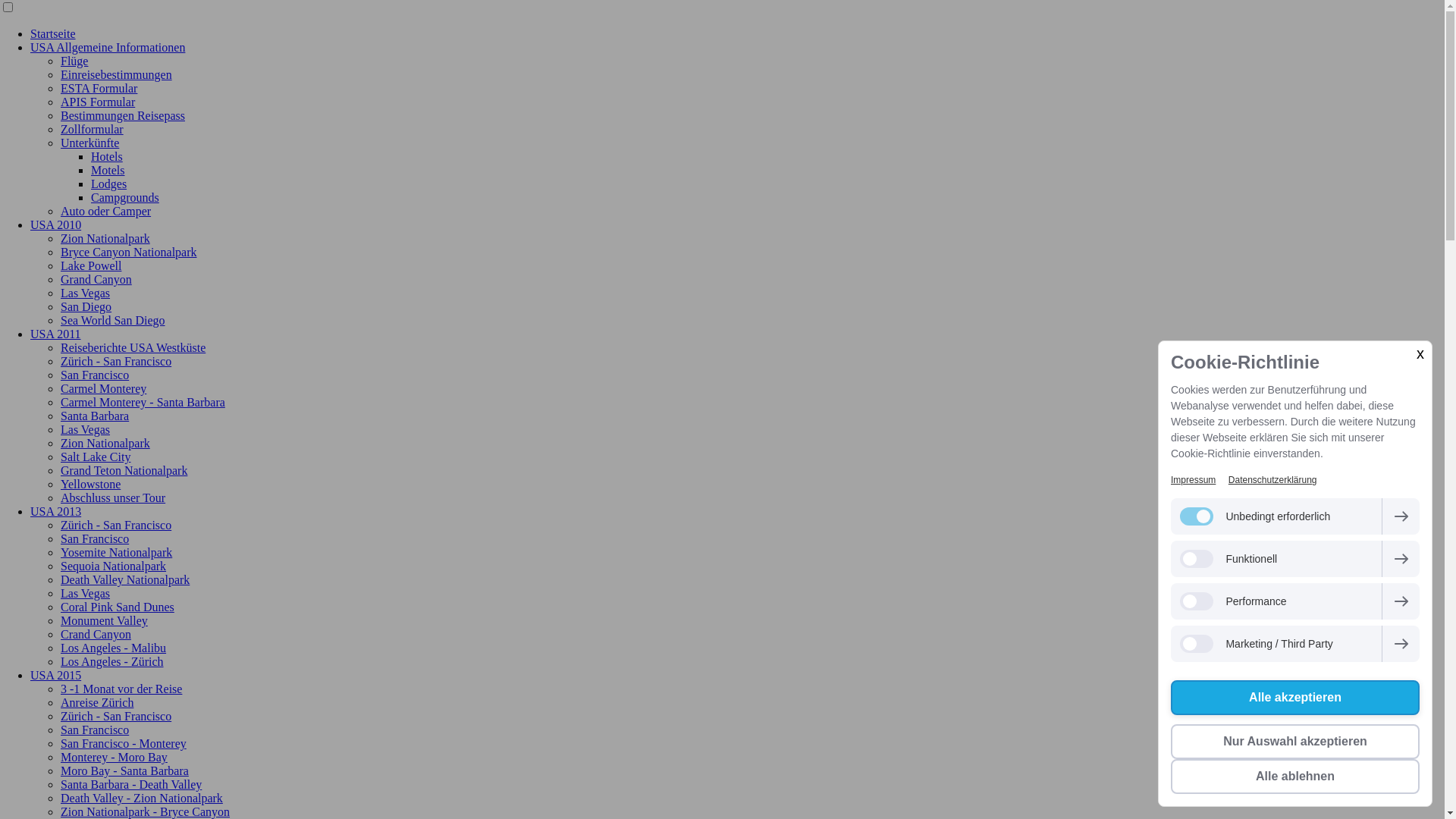 This screenshot has height=819, width=1456. What do you see at coordinates (1294, 776) in the screenshot?
I see `'Alle ablehnen'` at bounding box center [1294, 776].